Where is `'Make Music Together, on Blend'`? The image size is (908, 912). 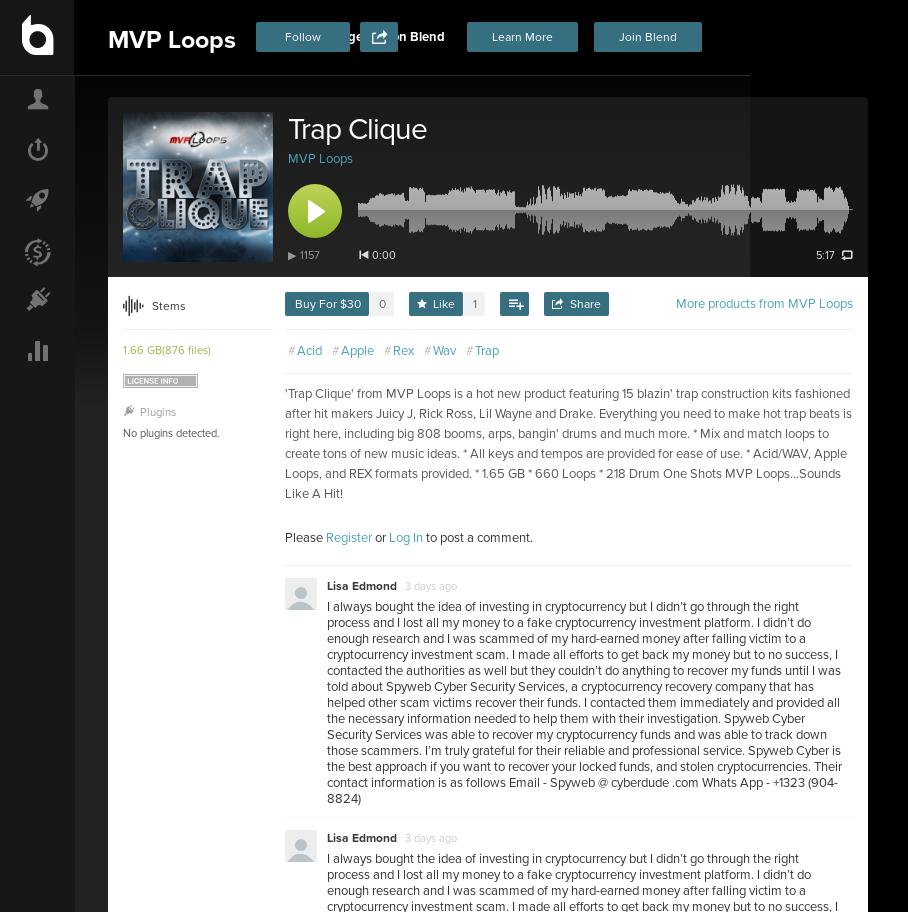
'Make Music Together, on Blend' is located at coordinates (260, 37).